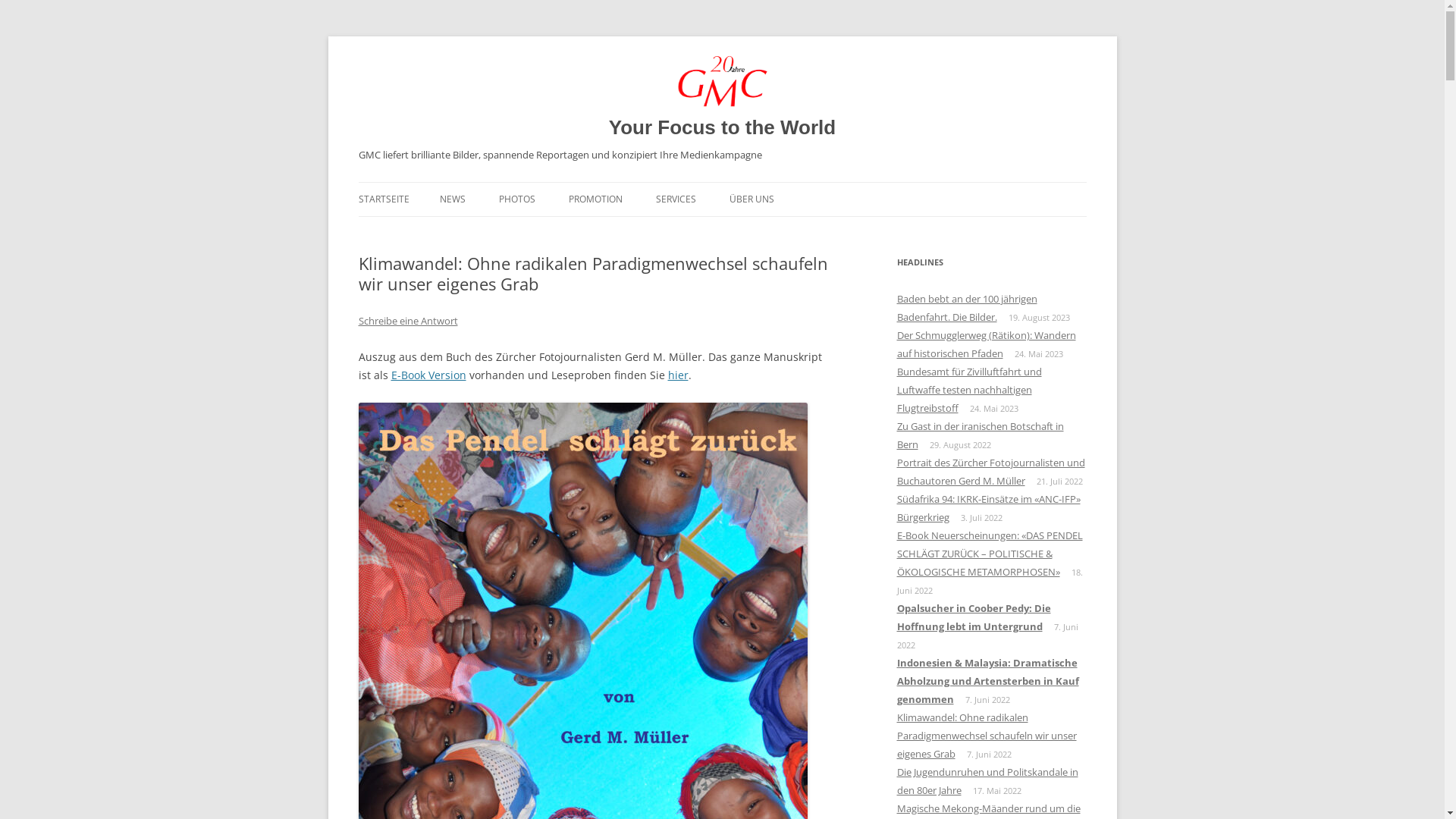 The image size is (1456, 819). I want to click on 'AKTUELL', so click(516, 231).